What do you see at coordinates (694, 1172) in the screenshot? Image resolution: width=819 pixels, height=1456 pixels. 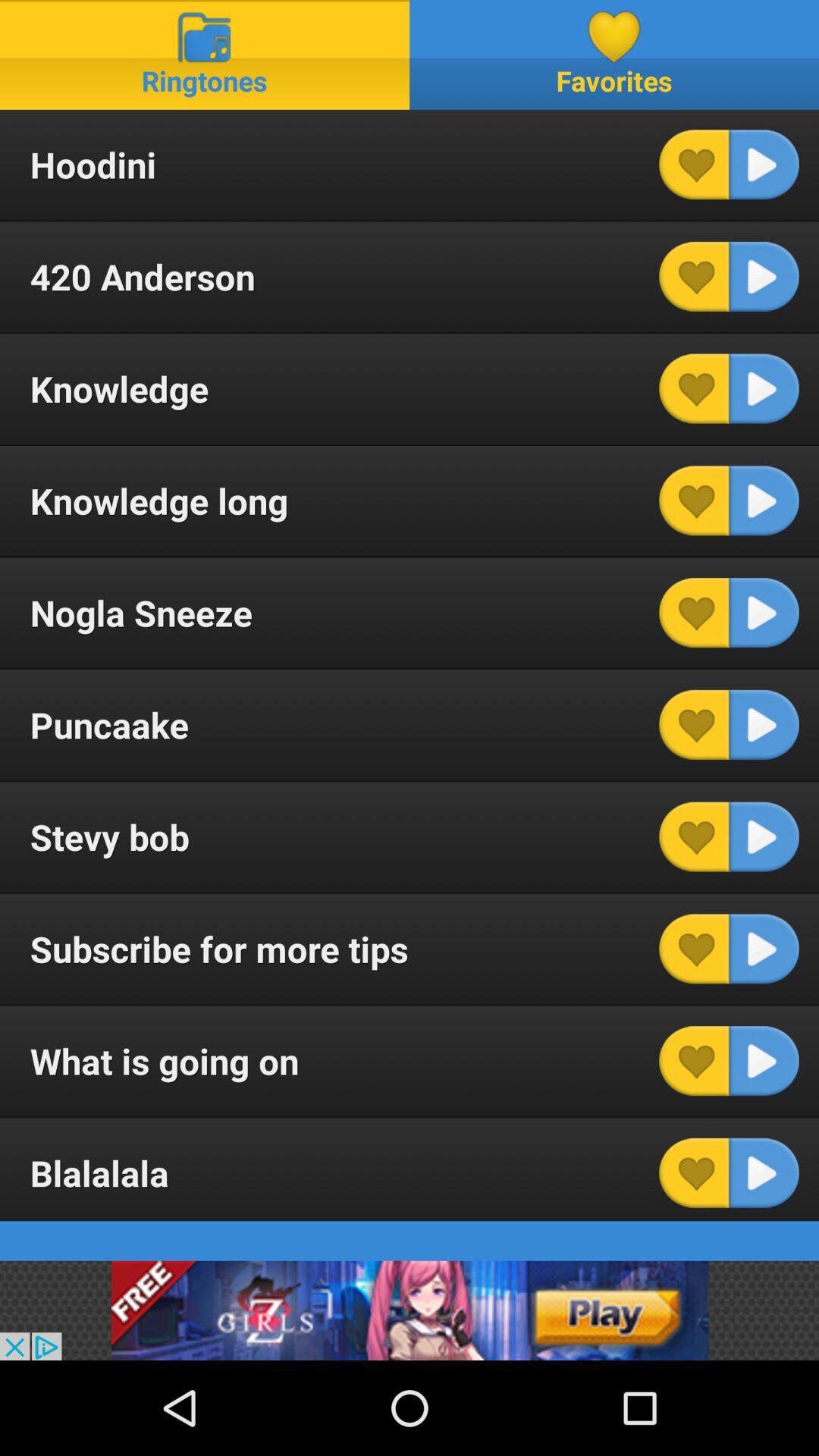 I see `to favourite` at bounding box center [694, 1172].